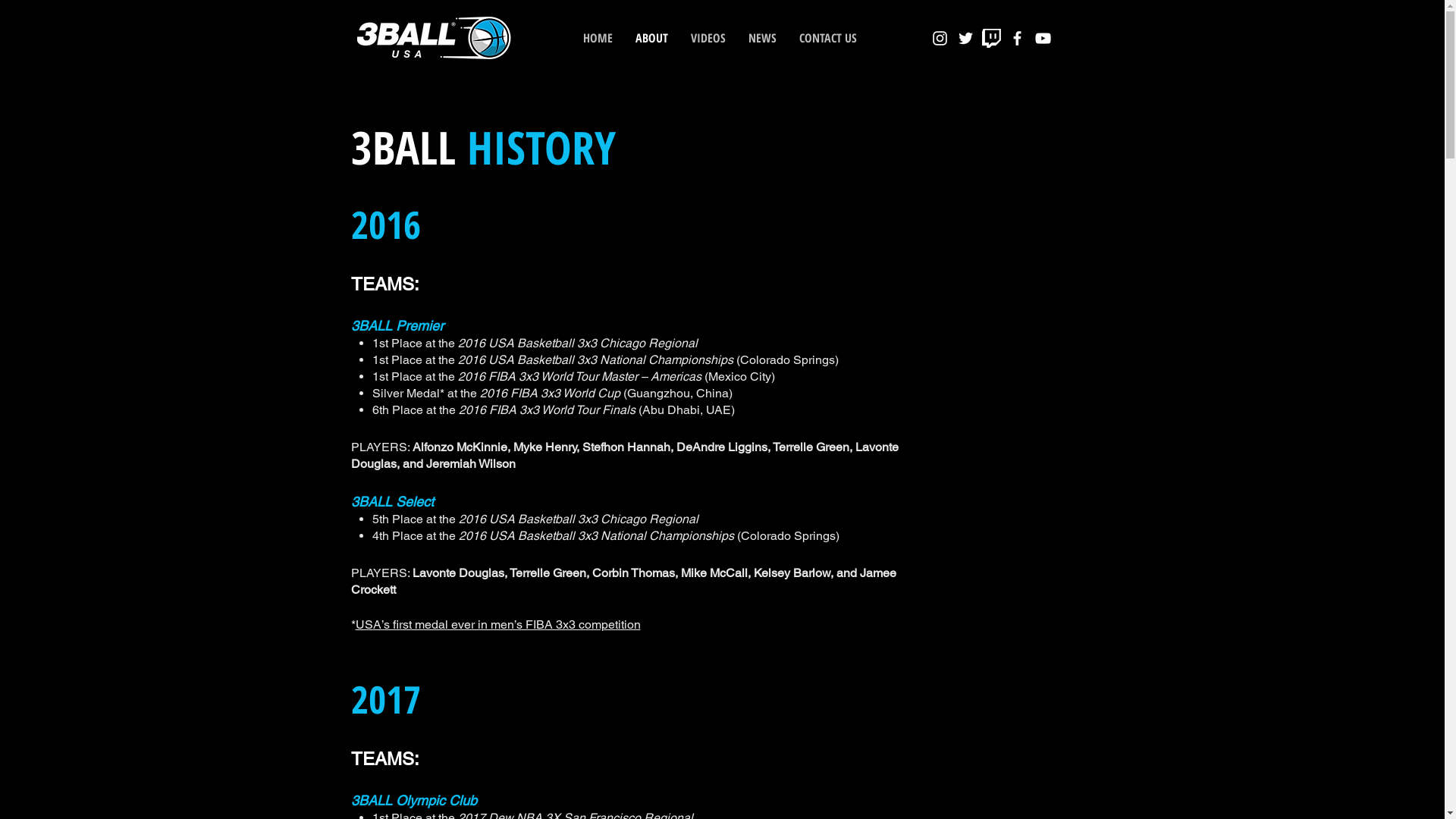 This screenshot has height=819, width=1456. Describe the element at coordinates (651, 37) in the screenshot. I see `'ABOUT'` at that location.